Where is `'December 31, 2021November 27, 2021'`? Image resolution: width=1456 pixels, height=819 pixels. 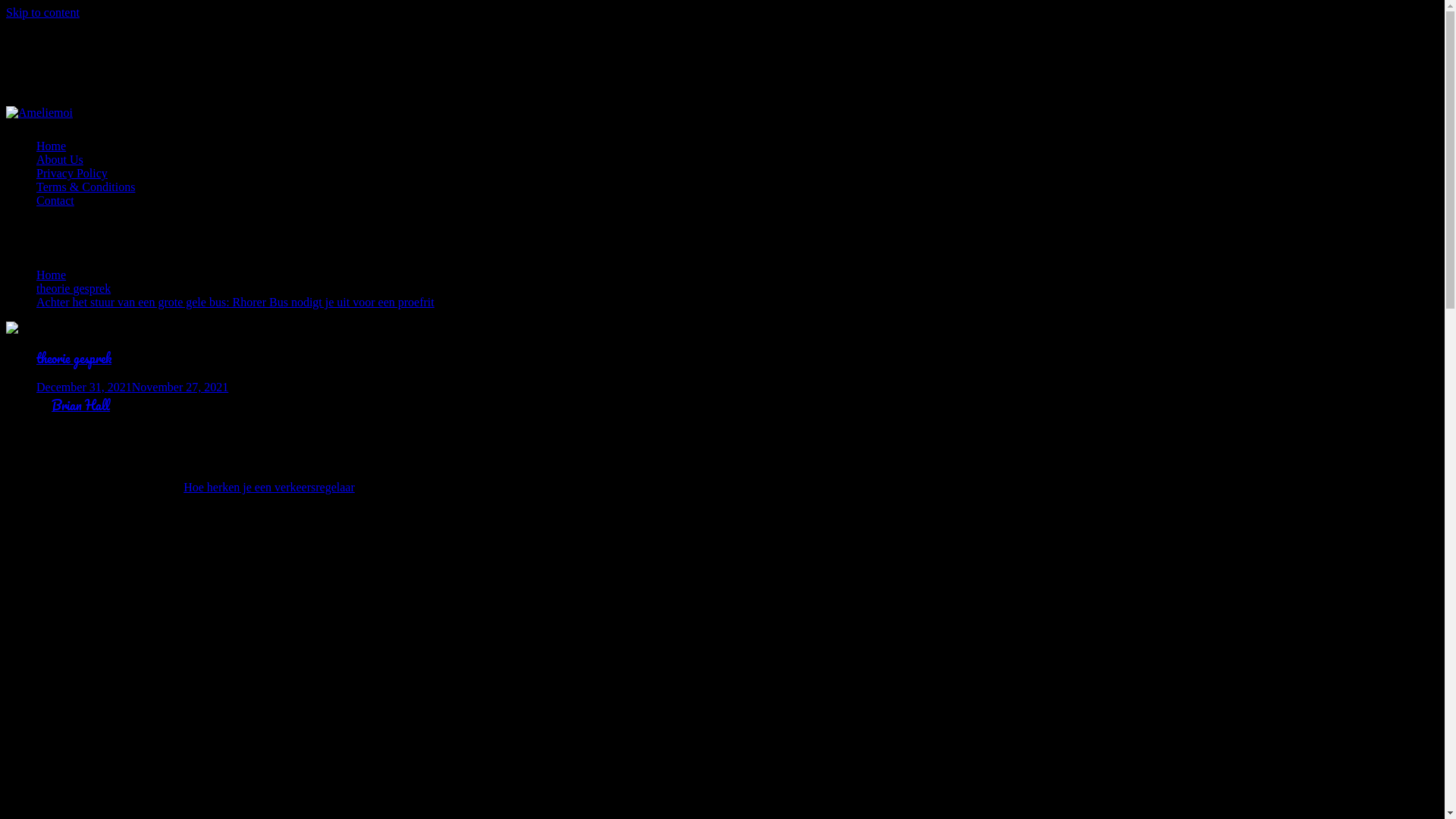 'December 31, 2021November 27, 2021' is located at coordinates (132, 386).